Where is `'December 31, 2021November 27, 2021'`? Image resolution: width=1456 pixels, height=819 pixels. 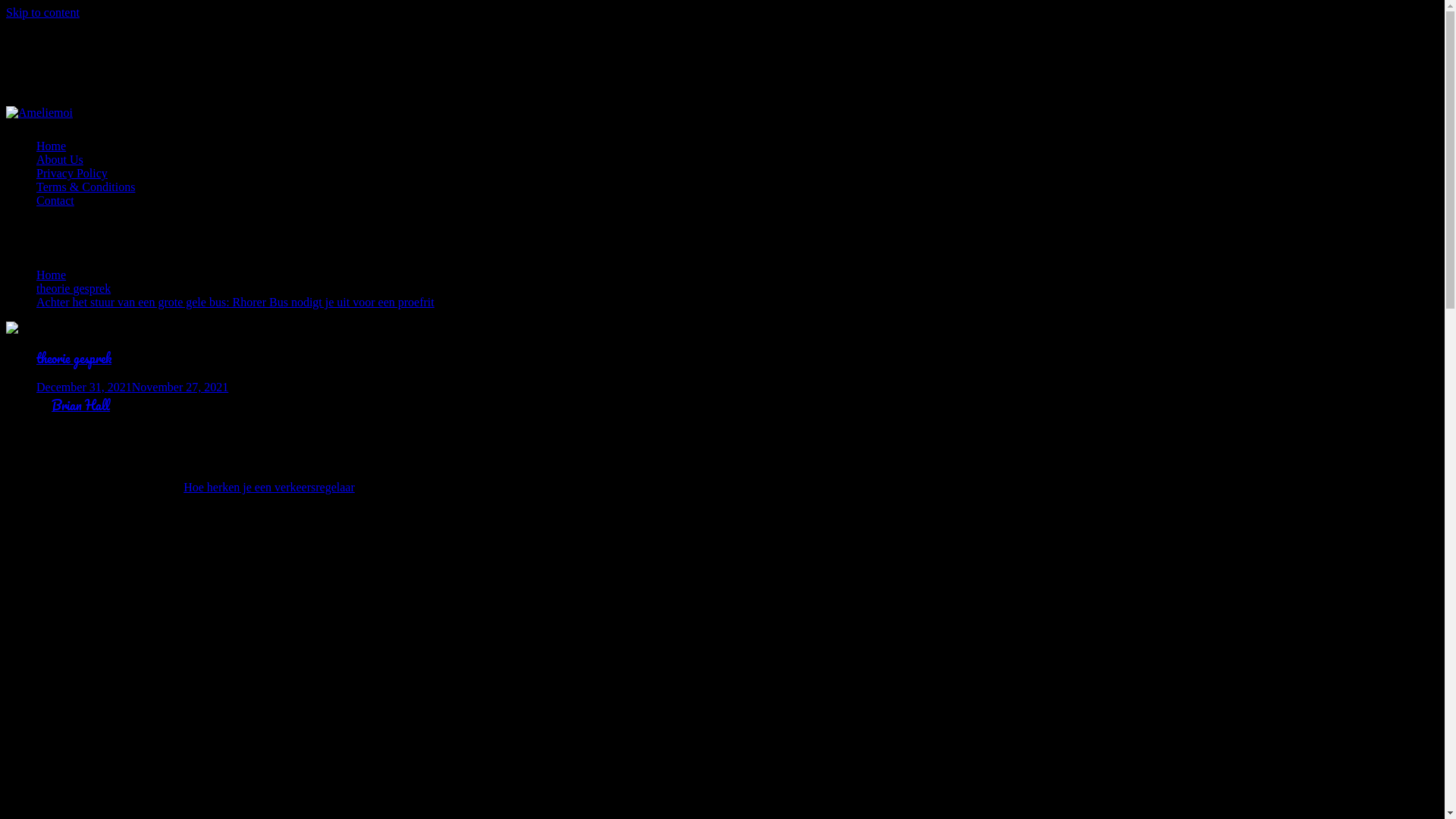 'December 31, 2021November 27, 2021' is located at coordinates (132, 386).